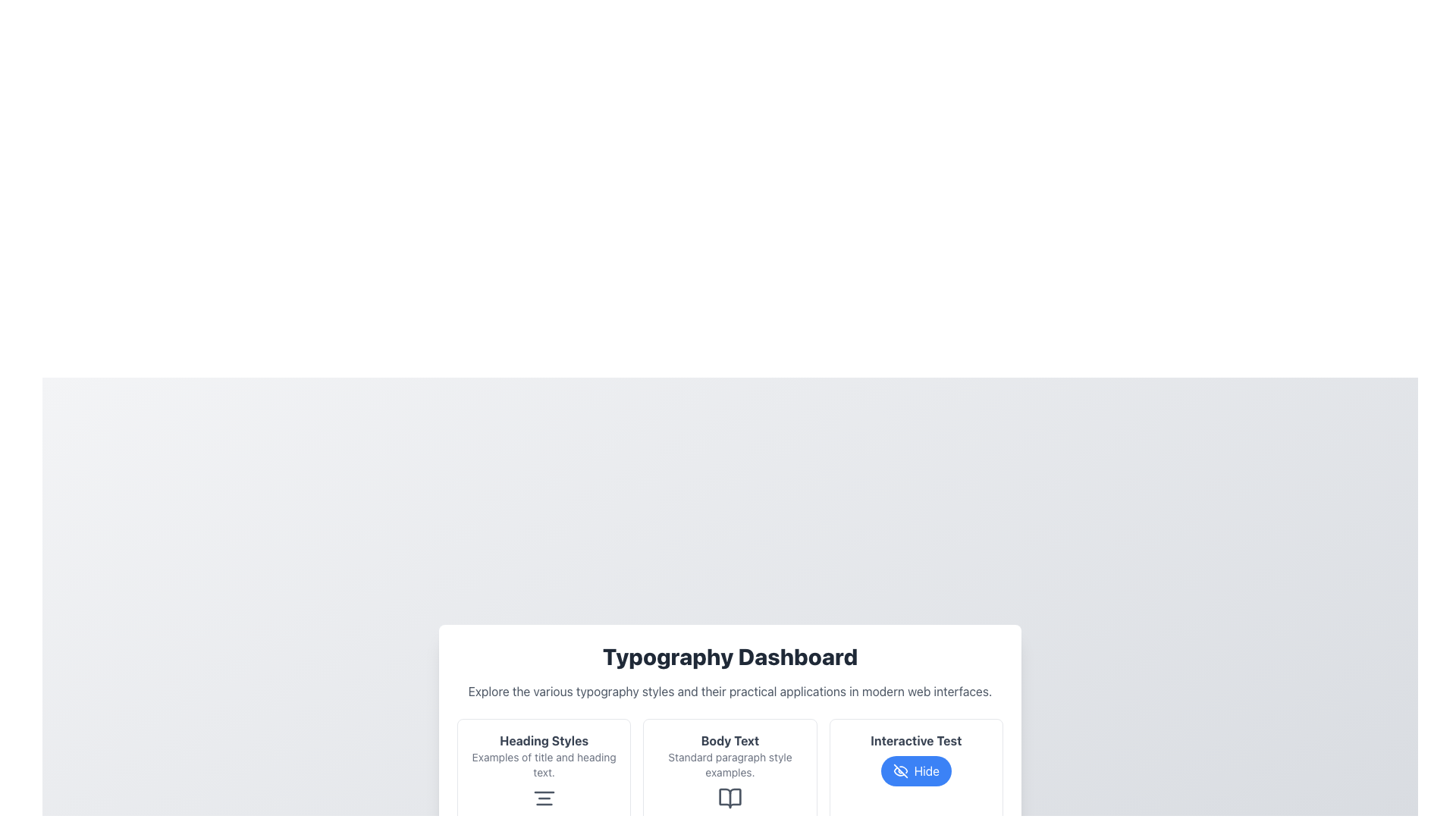  What do you see at coordinates (900, 771) in the screenshot?
I see `the eye icon with a slash through it, located inside the 'Interactive Test' button on the lower panel` at bounding box center [900, 771].